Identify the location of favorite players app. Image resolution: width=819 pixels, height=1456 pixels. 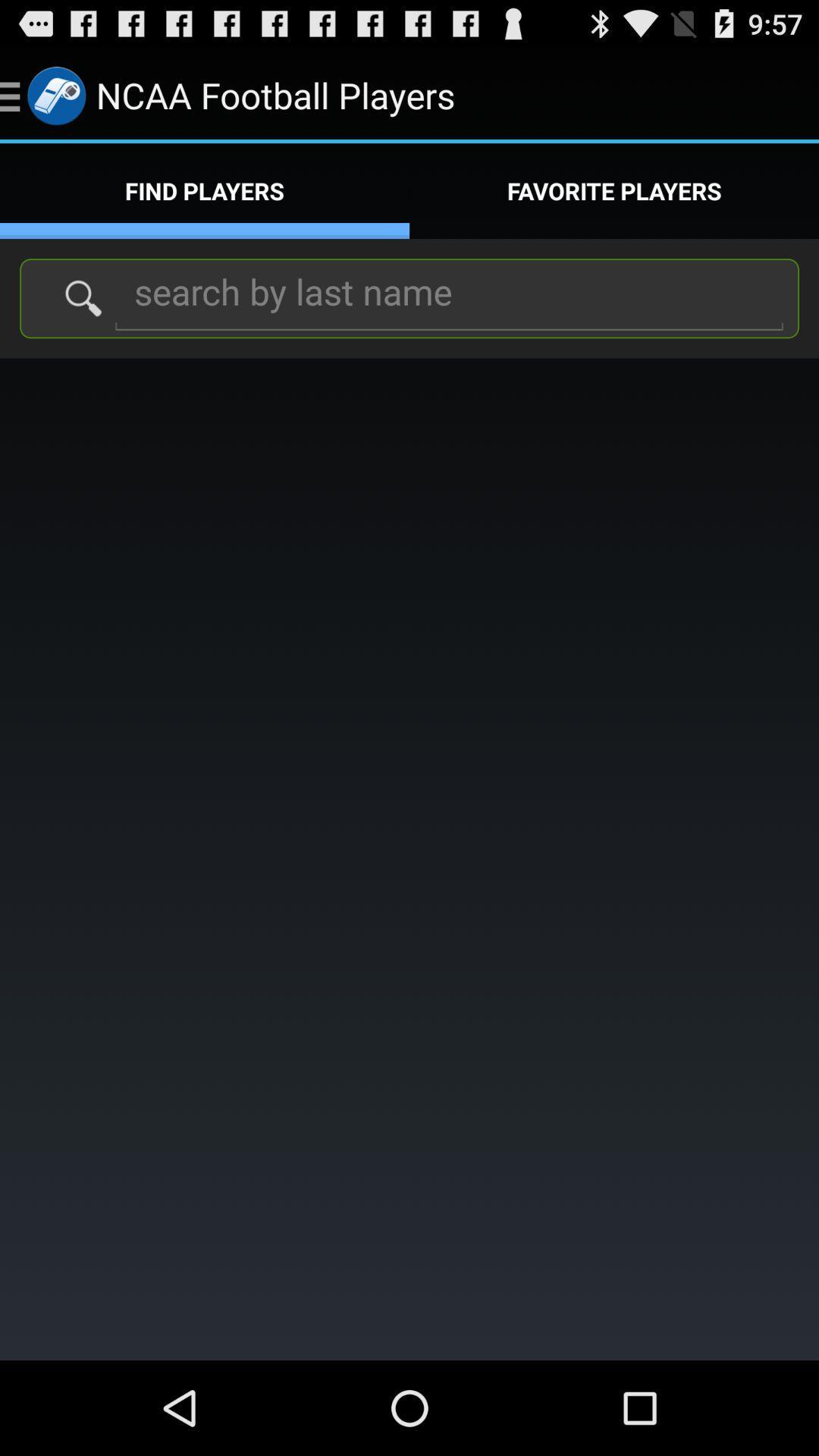
(614, 190).